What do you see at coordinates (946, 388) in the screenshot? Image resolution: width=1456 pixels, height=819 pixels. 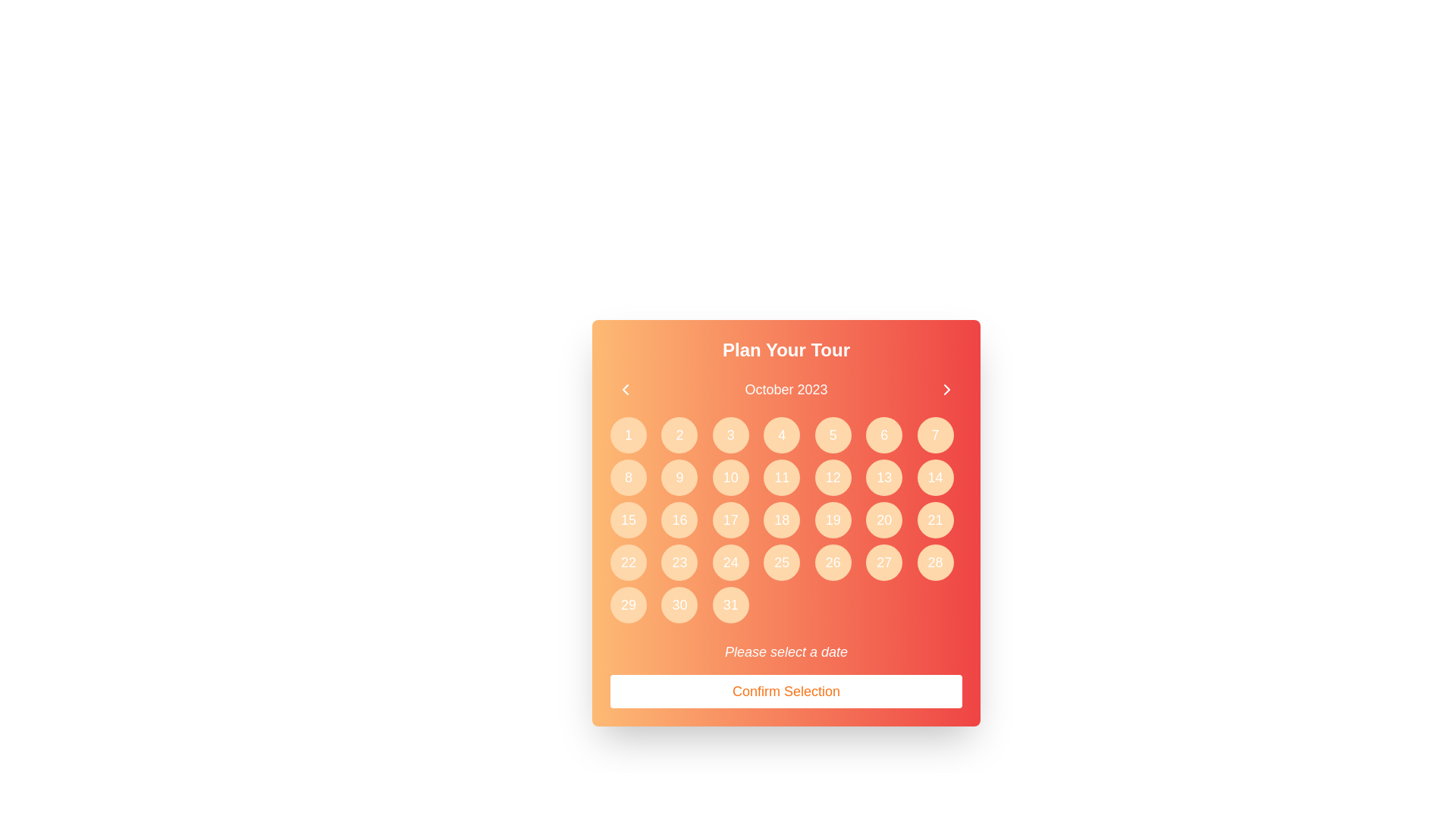 I see `the navigation control icon that advances the calendar view to the next month, located to the right of 'October 2023' in the red header section` at bounding box center [946, 388].